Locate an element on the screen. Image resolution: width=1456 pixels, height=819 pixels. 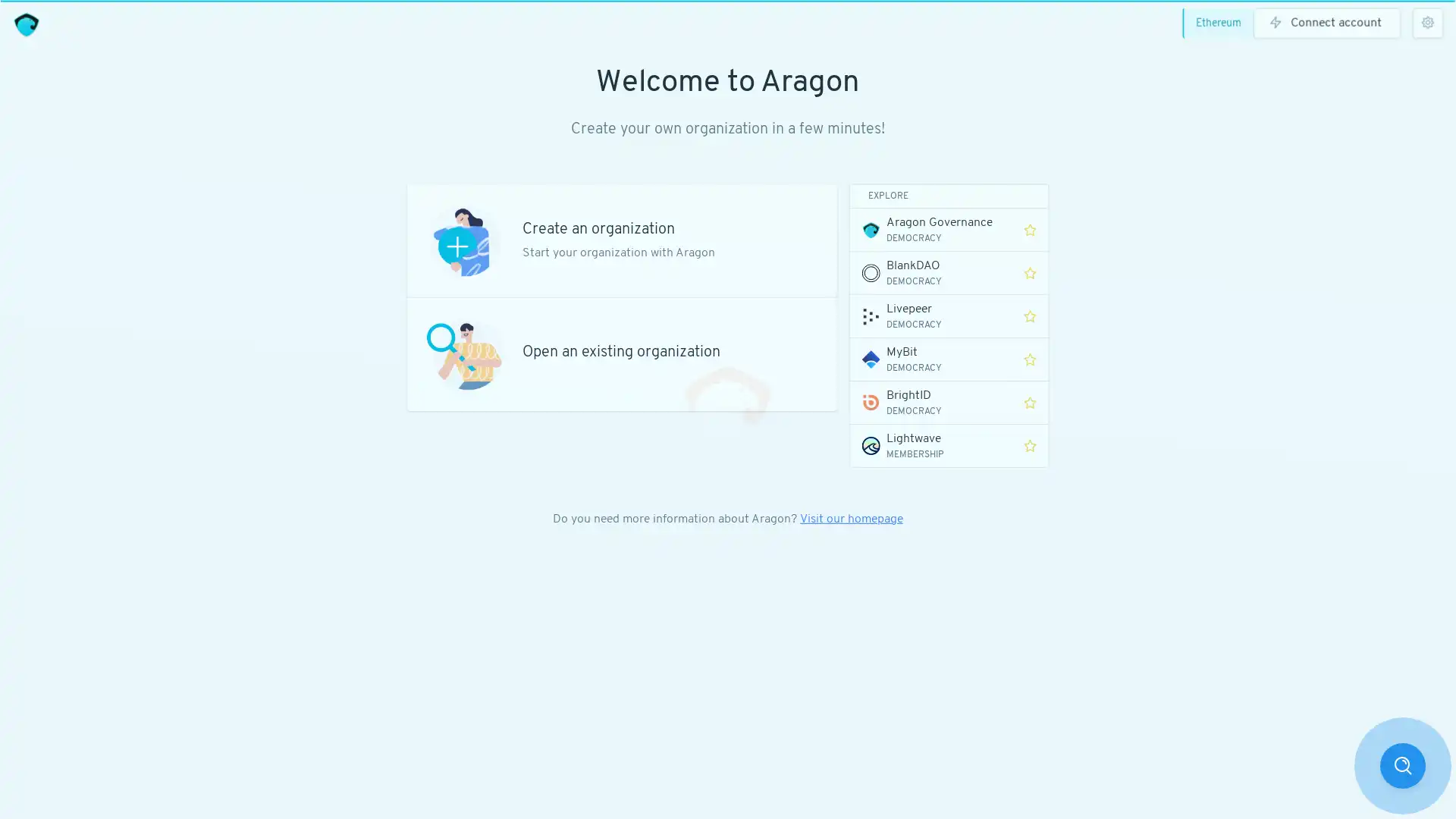
Back to home is located at coordinates (25, 24).